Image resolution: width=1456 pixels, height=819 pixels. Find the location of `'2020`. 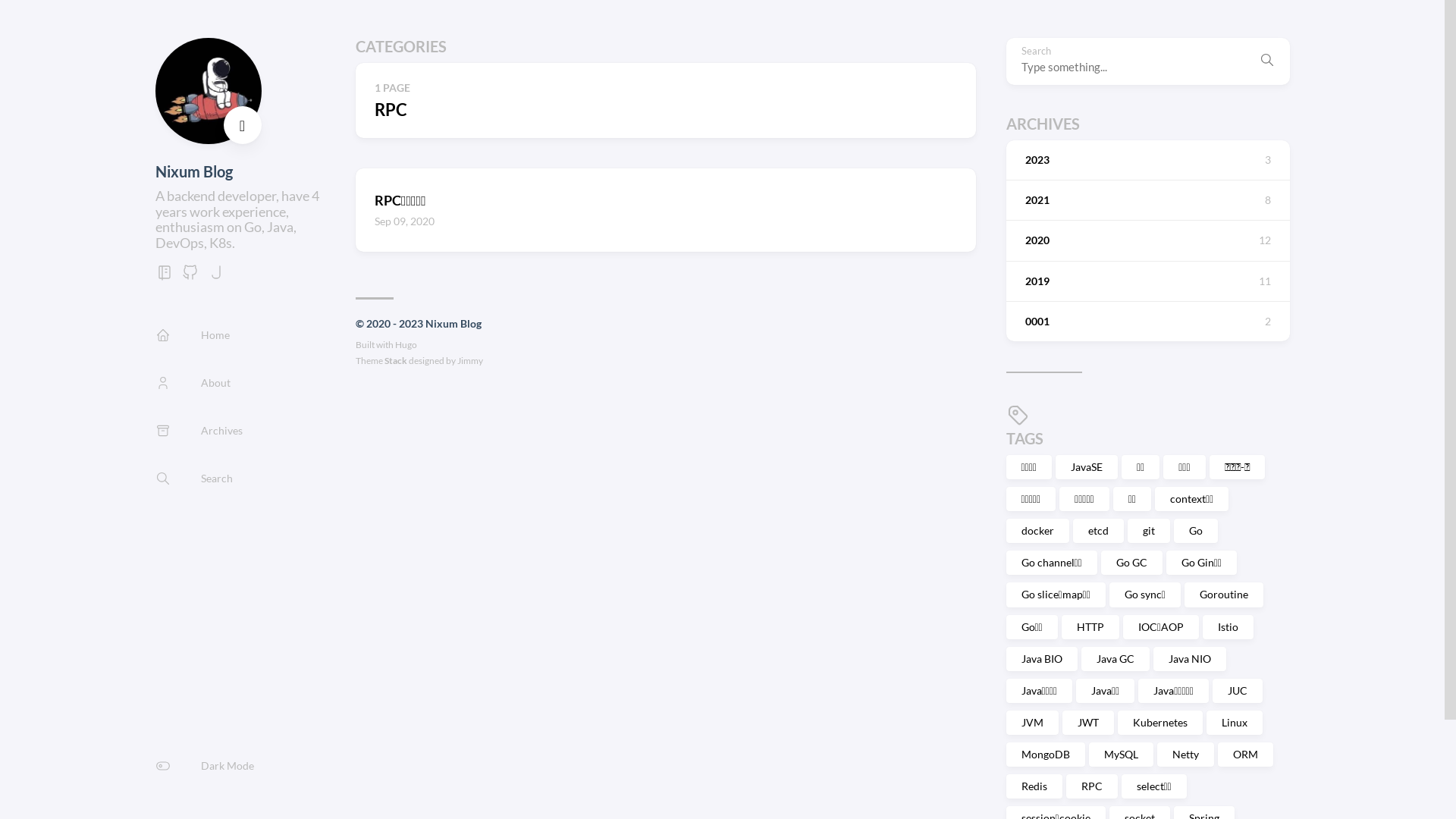

'2020 is located at coordinates (1147, 239).